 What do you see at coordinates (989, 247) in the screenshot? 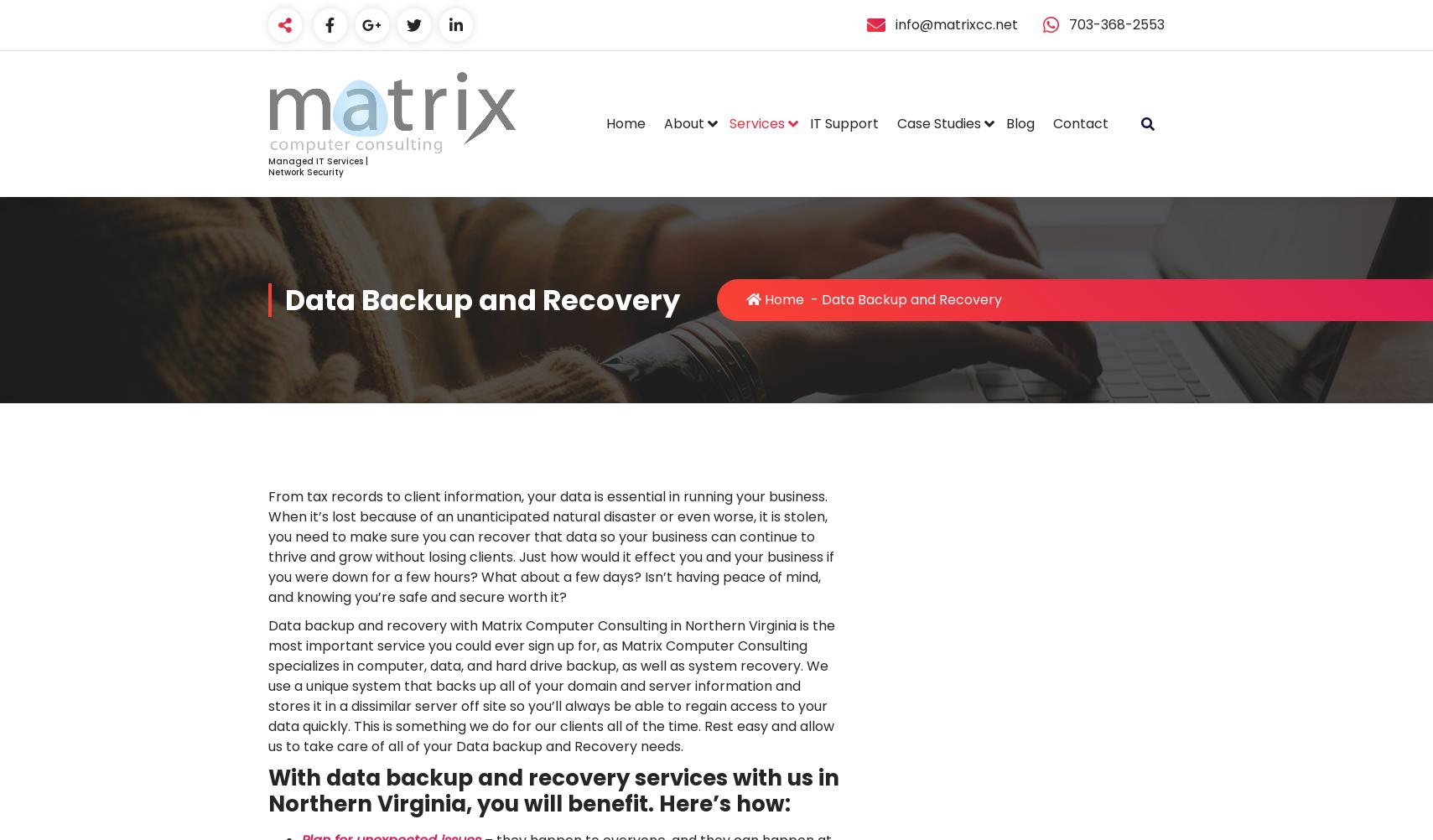
I see `'NIST 800-171 Compliance'` at bounding box center [989, 247].